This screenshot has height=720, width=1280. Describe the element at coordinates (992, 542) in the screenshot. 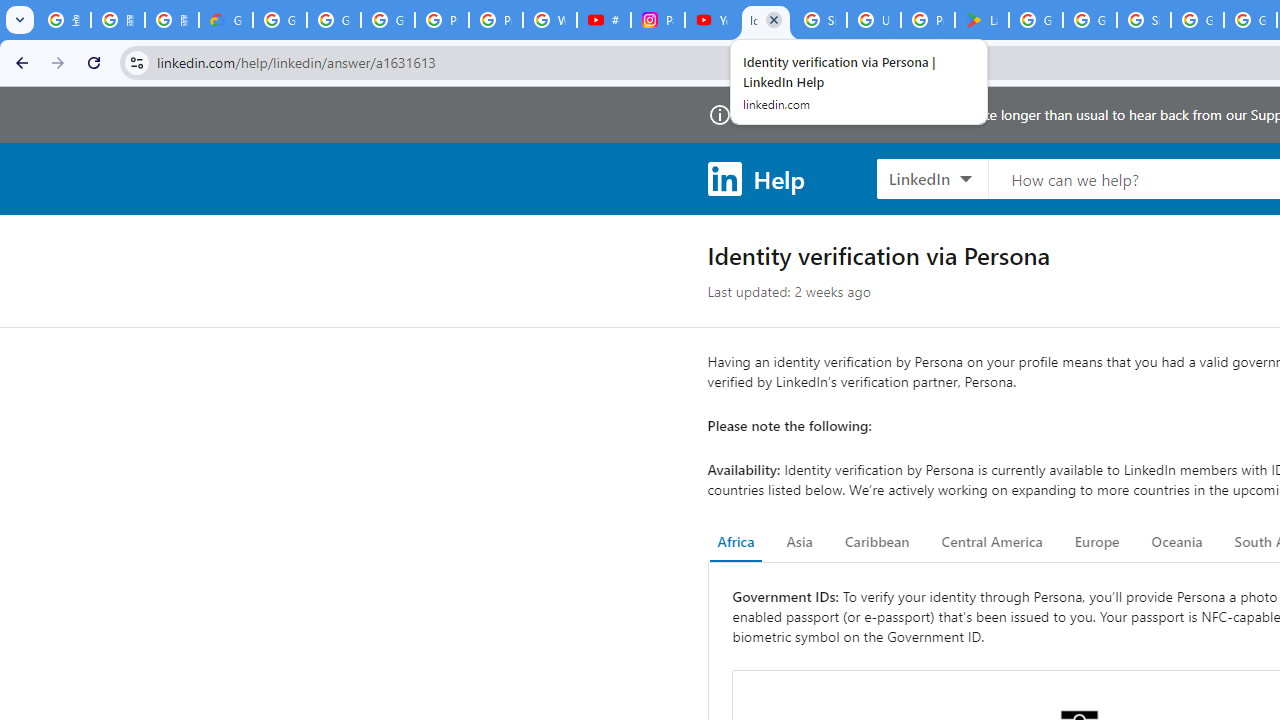

I see `'Central America'` at that location.